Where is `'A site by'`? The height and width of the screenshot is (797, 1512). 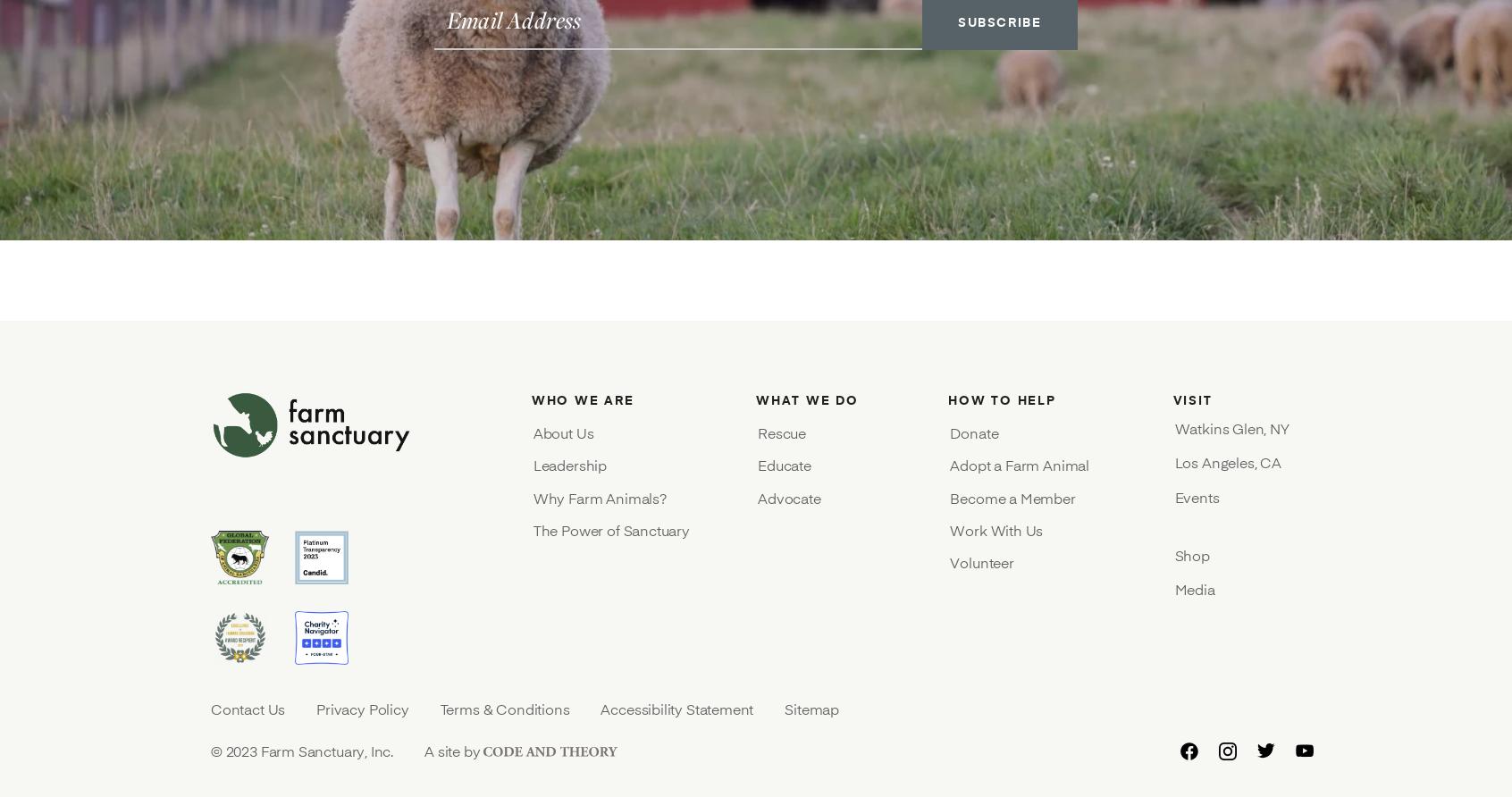 'A site by' is located at coordinates (453, 749).